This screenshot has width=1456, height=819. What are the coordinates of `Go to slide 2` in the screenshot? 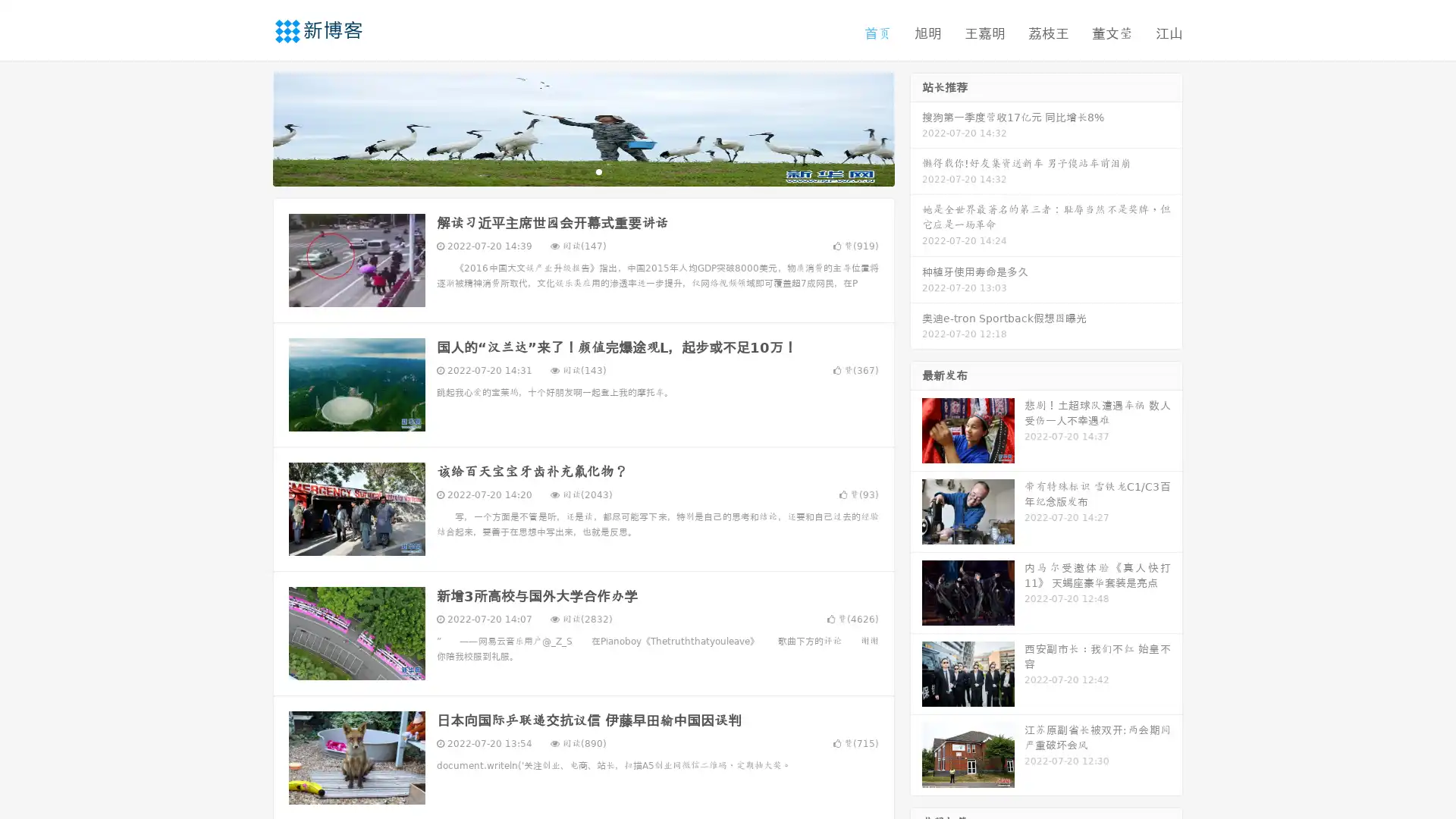 It's located at (582, 171).